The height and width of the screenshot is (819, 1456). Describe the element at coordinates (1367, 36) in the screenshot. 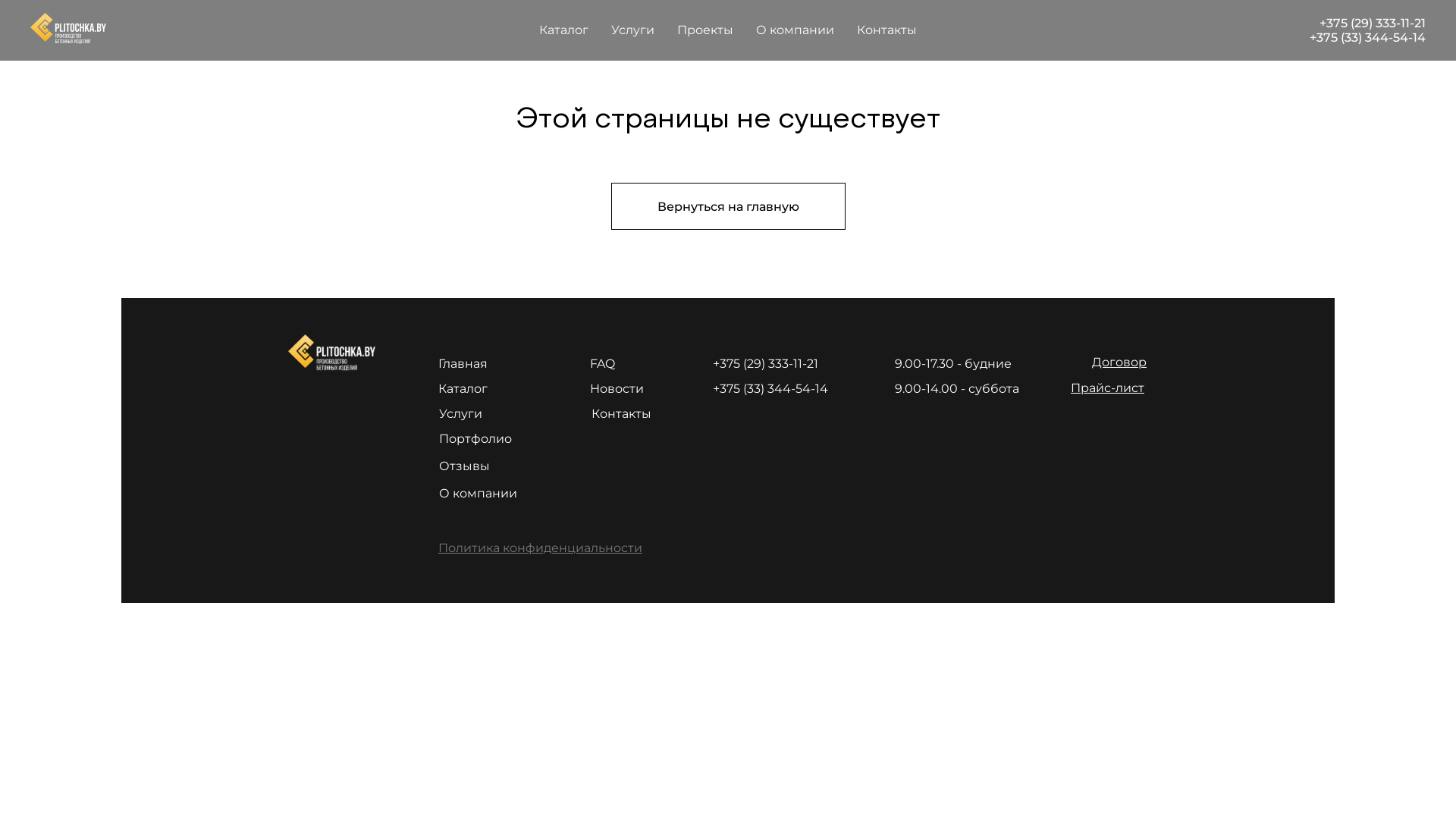

I see `'+375 (33) 344-54-14'` at that location.